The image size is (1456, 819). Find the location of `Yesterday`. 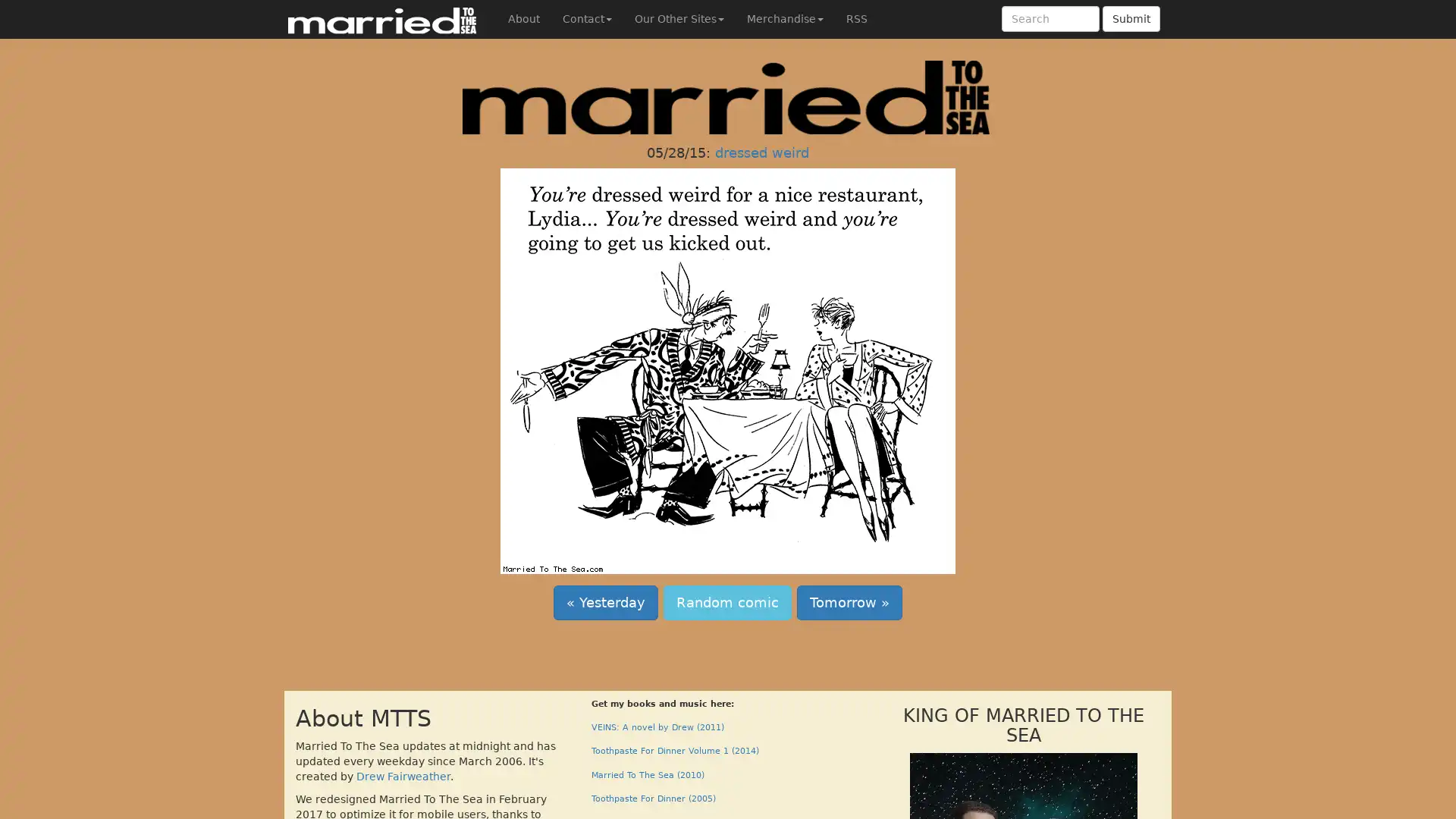

Yesterday is located at coordinates (604, 601).